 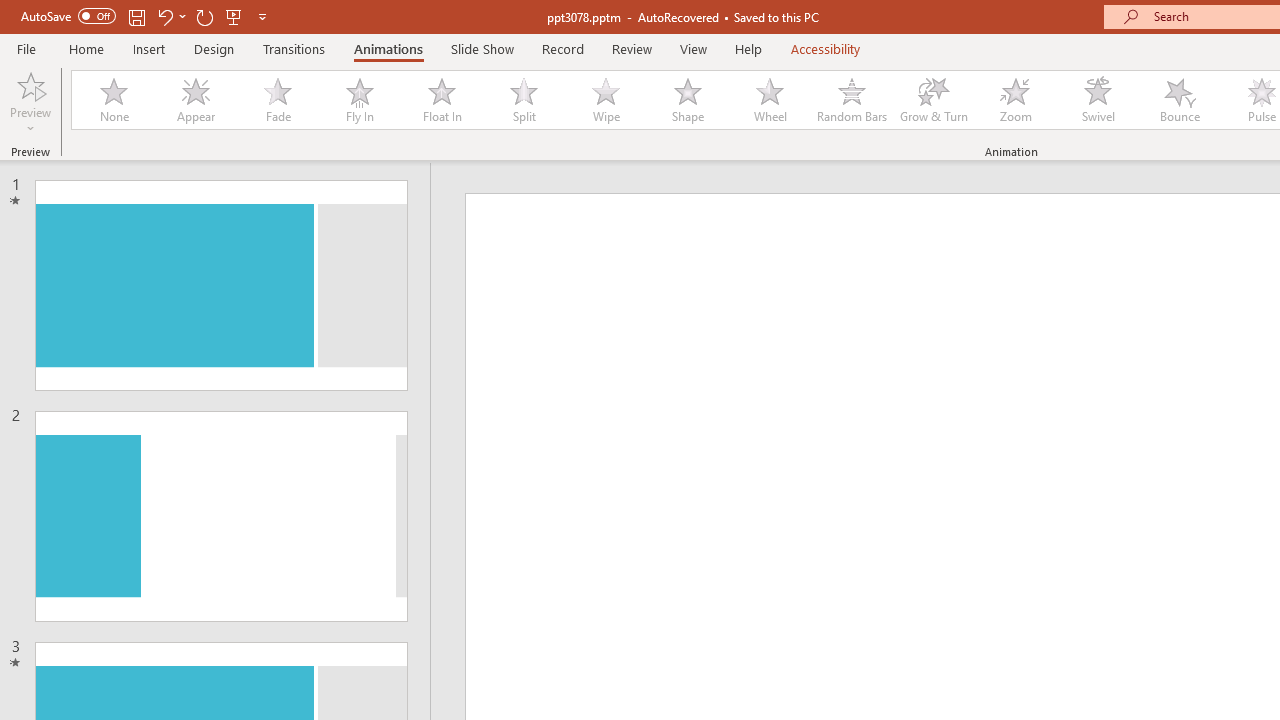 I want to click on 'Preview', so click(x=30, y=103).